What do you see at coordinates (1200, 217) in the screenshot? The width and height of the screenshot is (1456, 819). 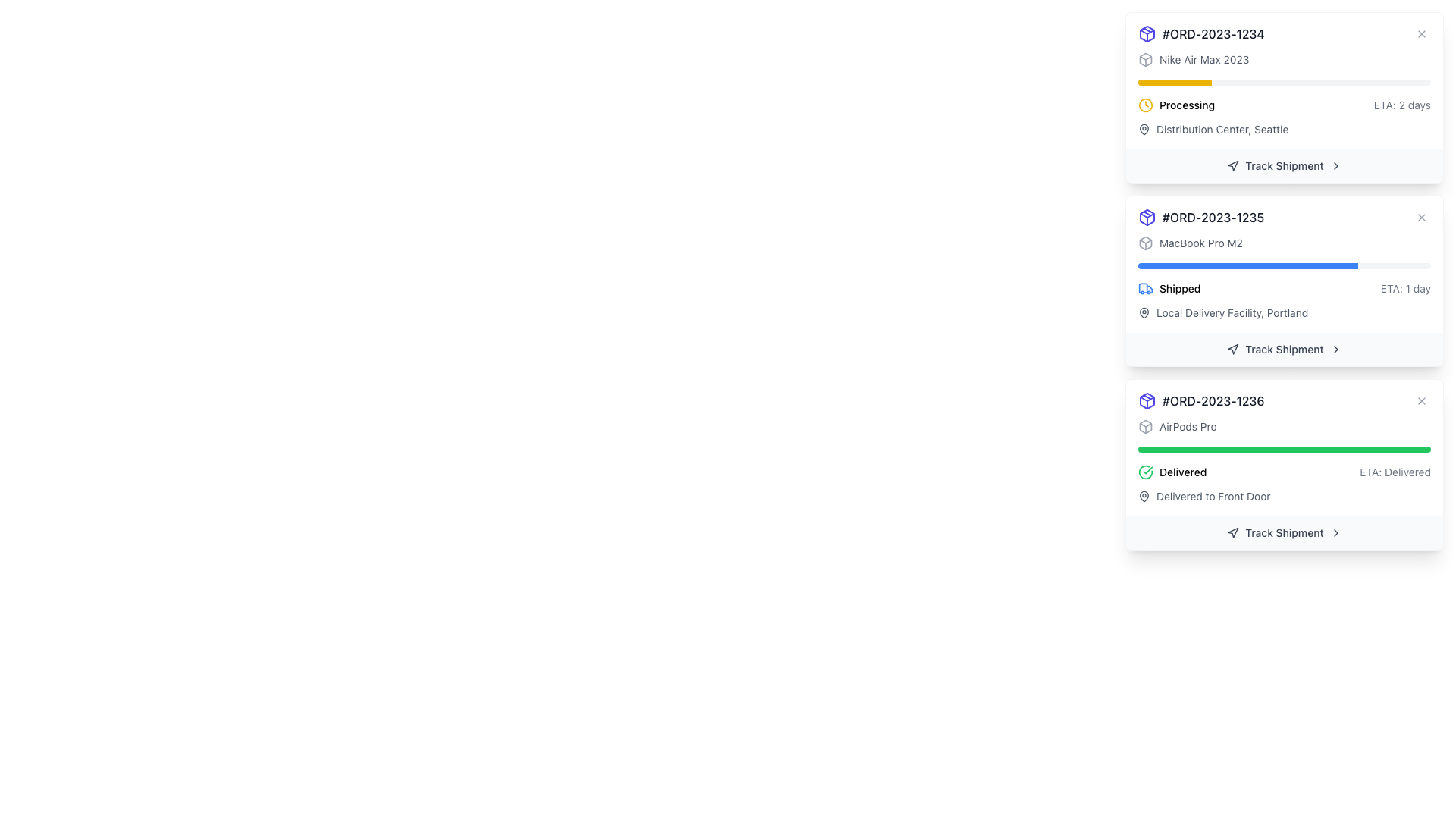 I see `the text label representing an order identifier, which is styled in bold gray font and prefixed with a hash symbol, located as the second item in a vertically stacked list of order identifiers` at bounding box center [1200, 217].